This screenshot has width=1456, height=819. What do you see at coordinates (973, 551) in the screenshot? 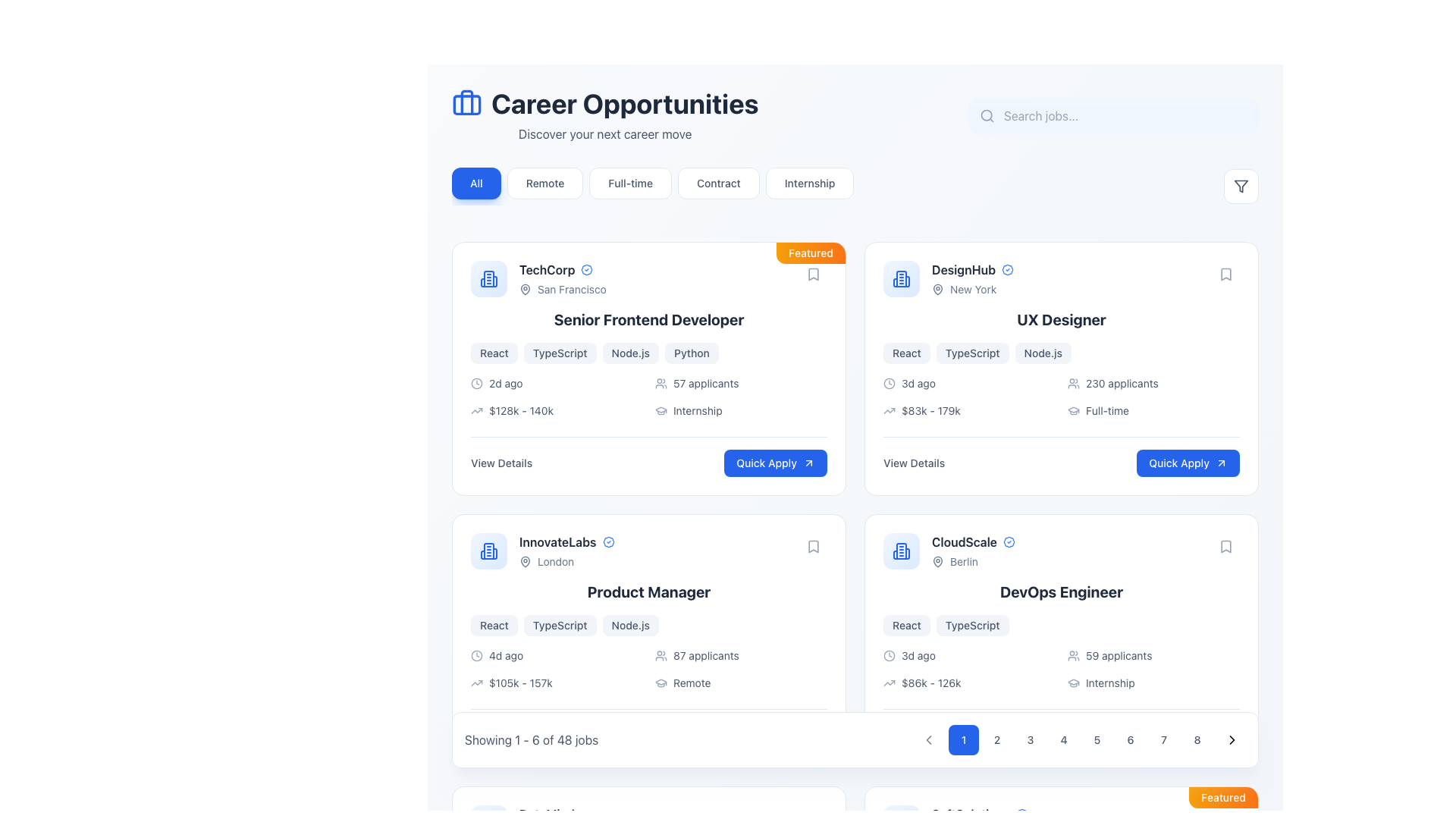
I see `the Label element that identifies the company 'CloudScale' and its location 'Berlin', located in the bottom-right quarter of the visible grid structure, near the job posting details` at bounding box center [973, 551].